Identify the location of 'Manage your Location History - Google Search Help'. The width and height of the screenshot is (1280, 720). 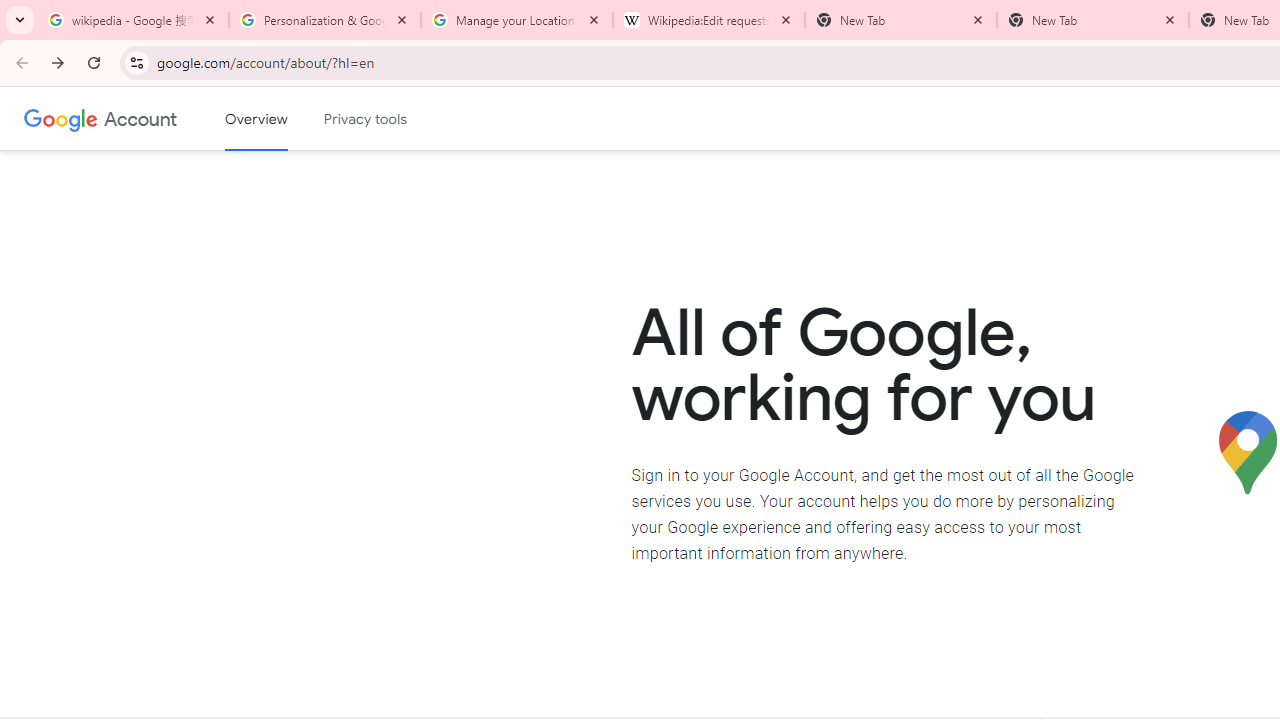
(517, 20).